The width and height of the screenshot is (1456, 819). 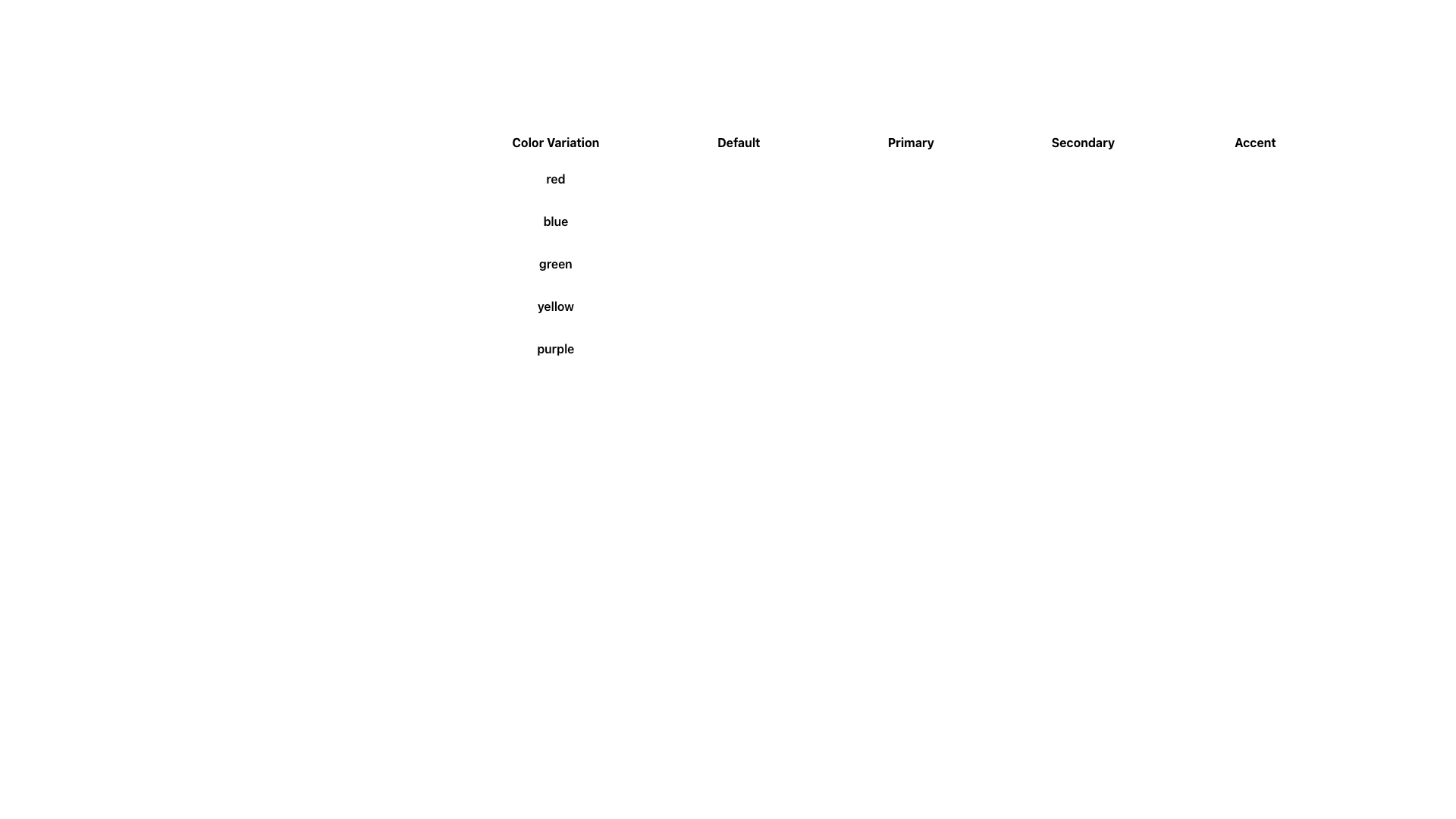 What do you see at coordinates (699, 262) in the screenshot?
I see `the button located in the third row under the 'Color Variation' column` at bounding box center [699, 262].